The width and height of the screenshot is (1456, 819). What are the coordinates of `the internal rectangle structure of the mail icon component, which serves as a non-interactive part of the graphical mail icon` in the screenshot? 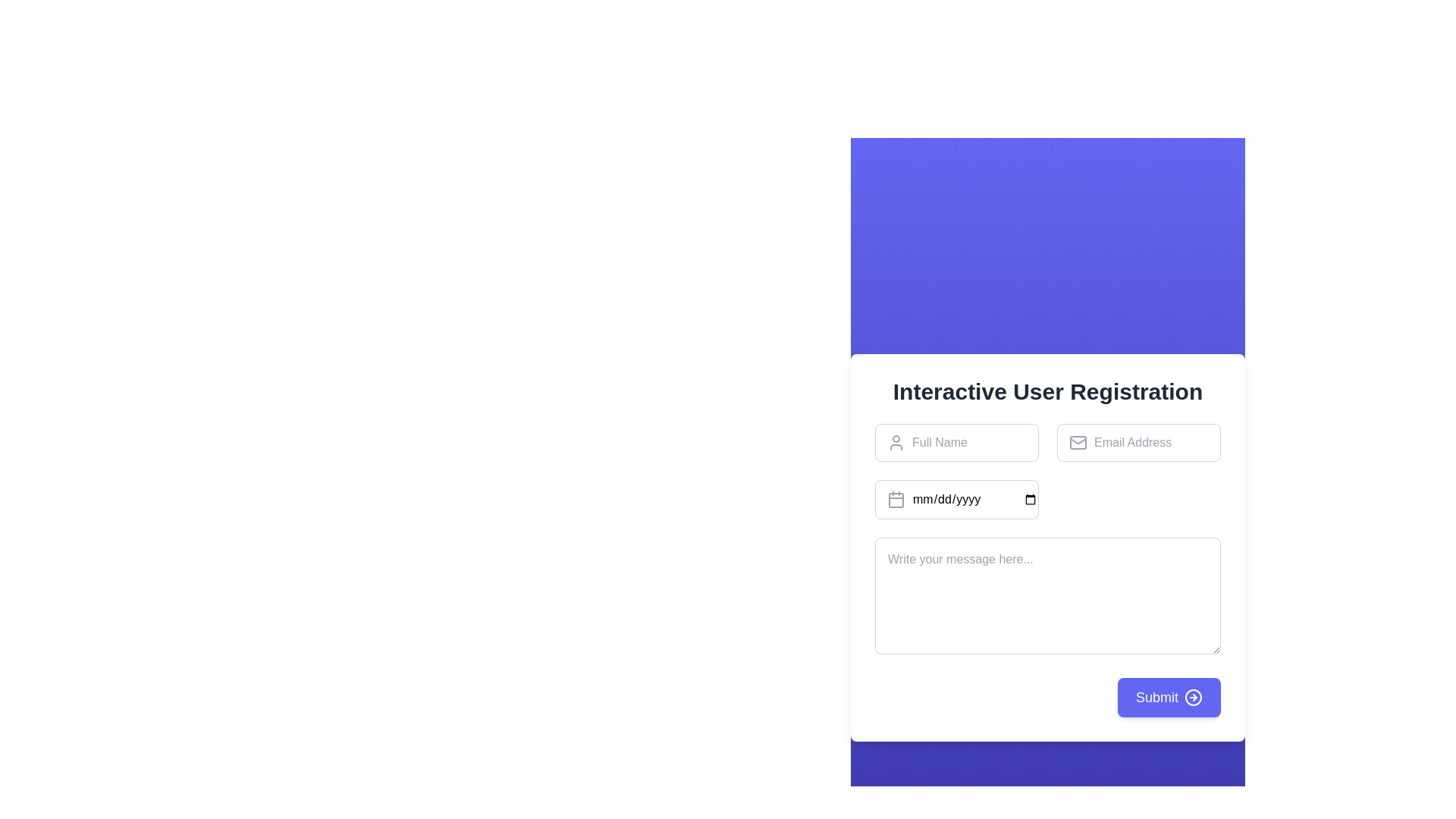 It's located at (1077, 442).